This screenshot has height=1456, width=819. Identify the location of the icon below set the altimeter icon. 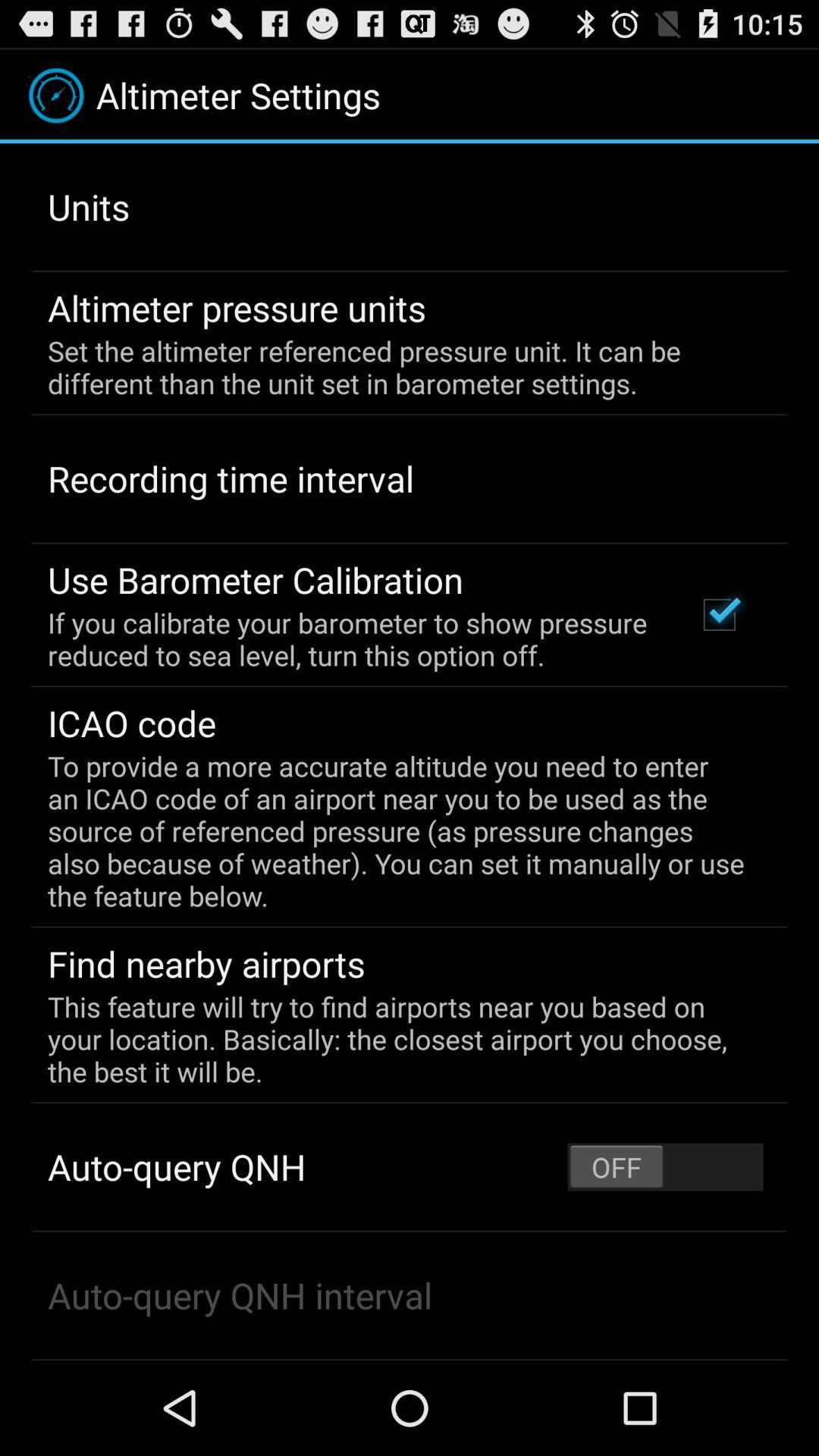
(718, 614).